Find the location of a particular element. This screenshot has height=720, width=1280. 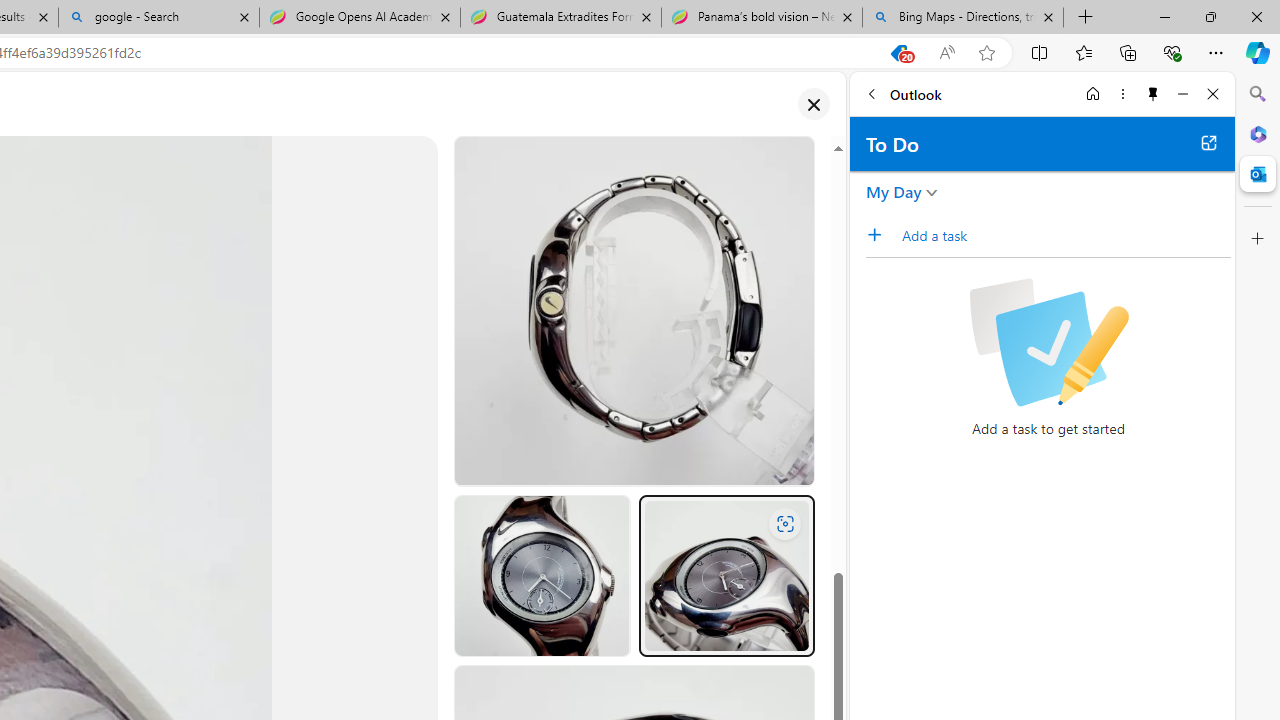

'Unpin side pane' is located at coordinates (1153, 93).